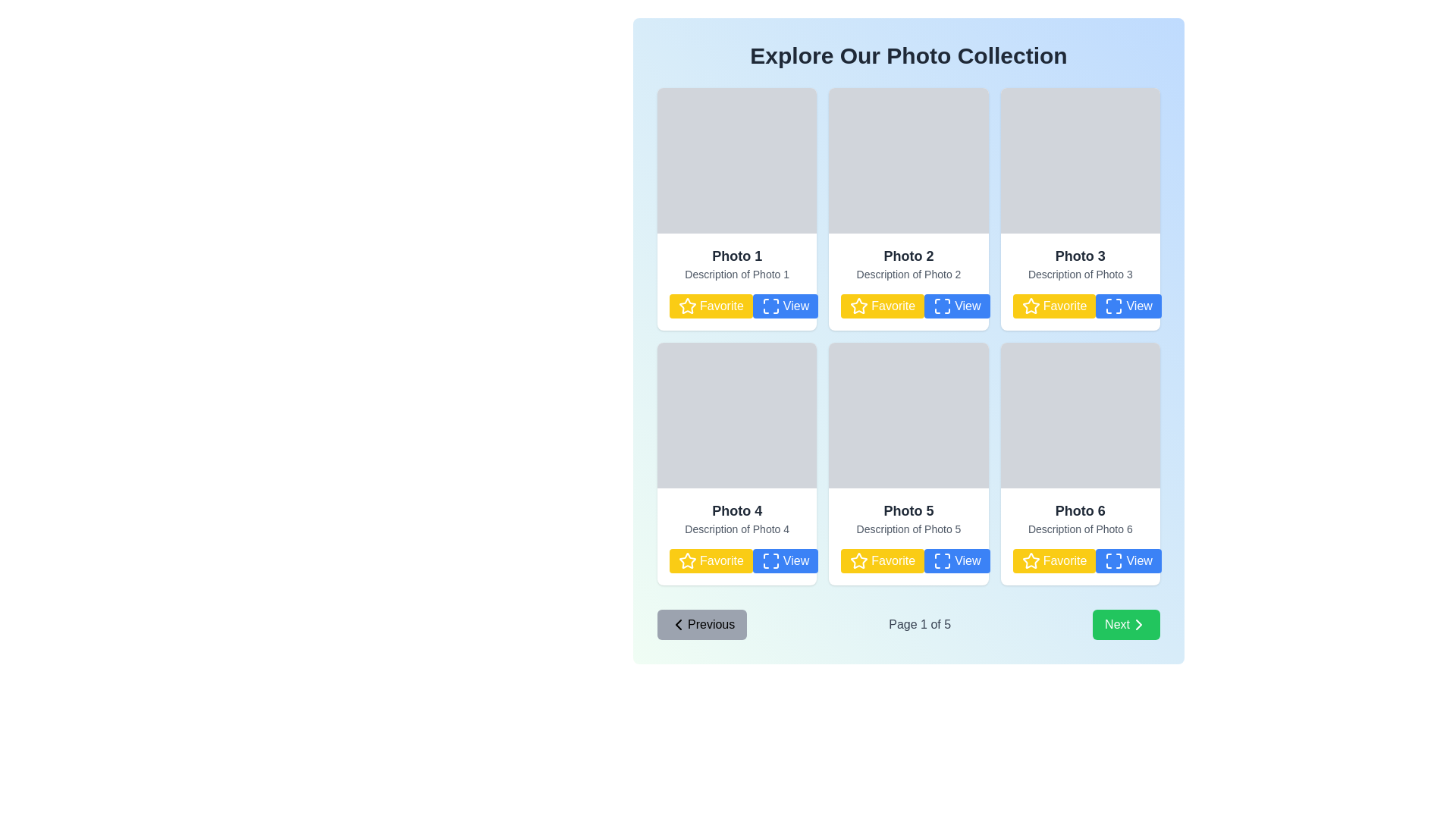  Describe the element at coordinates (701, 625) in the screenshot. I see `the navigation button for the preceding page, located at the bottom left of the main layout, for visual feedback` at that location.